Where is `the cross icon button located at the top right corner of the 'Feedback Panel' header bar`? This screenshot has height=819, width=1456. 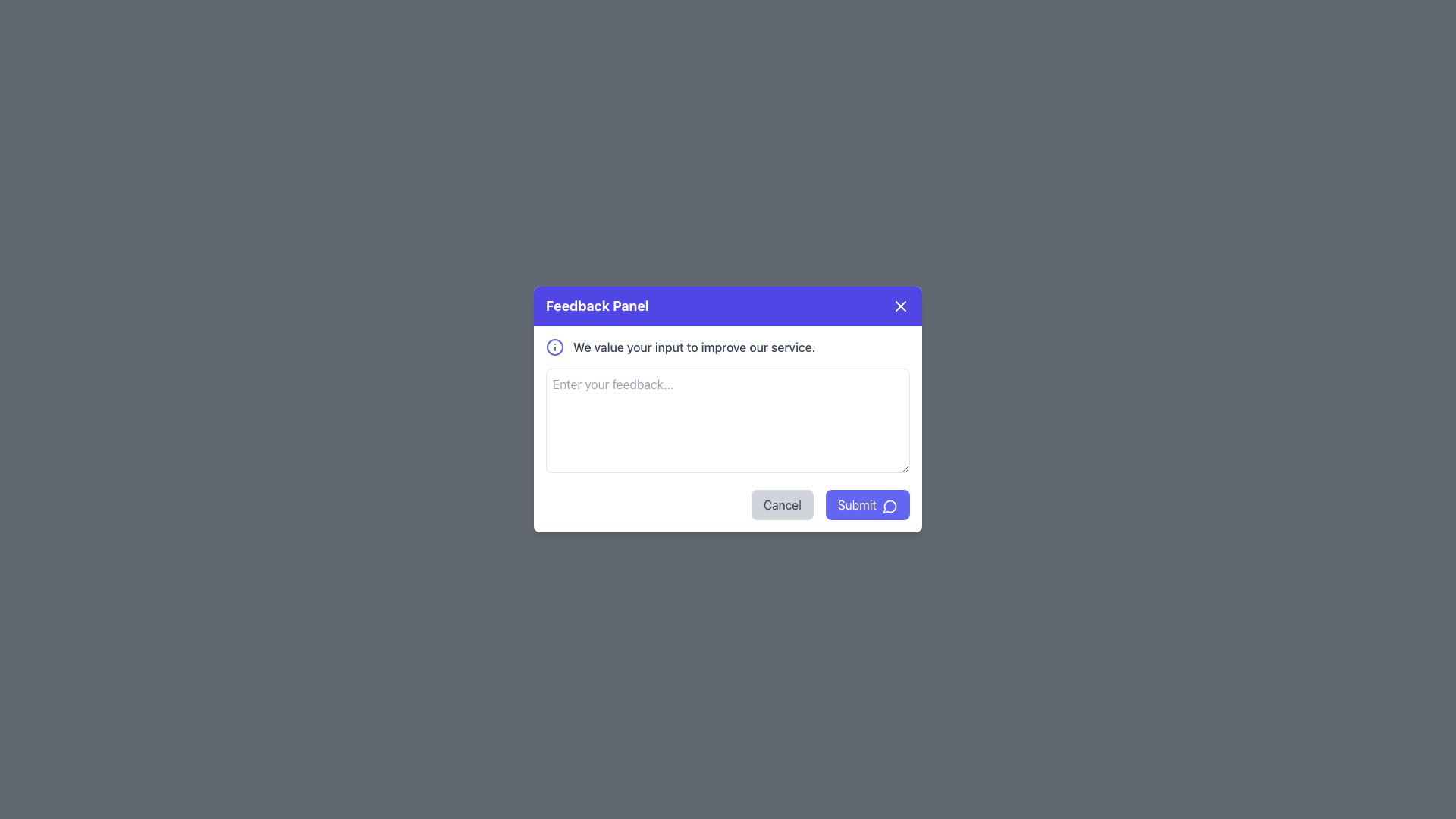
the cross icon button located at the top right corner of the 'Feedback Panel' header bar is located at coordinates (901, 306).